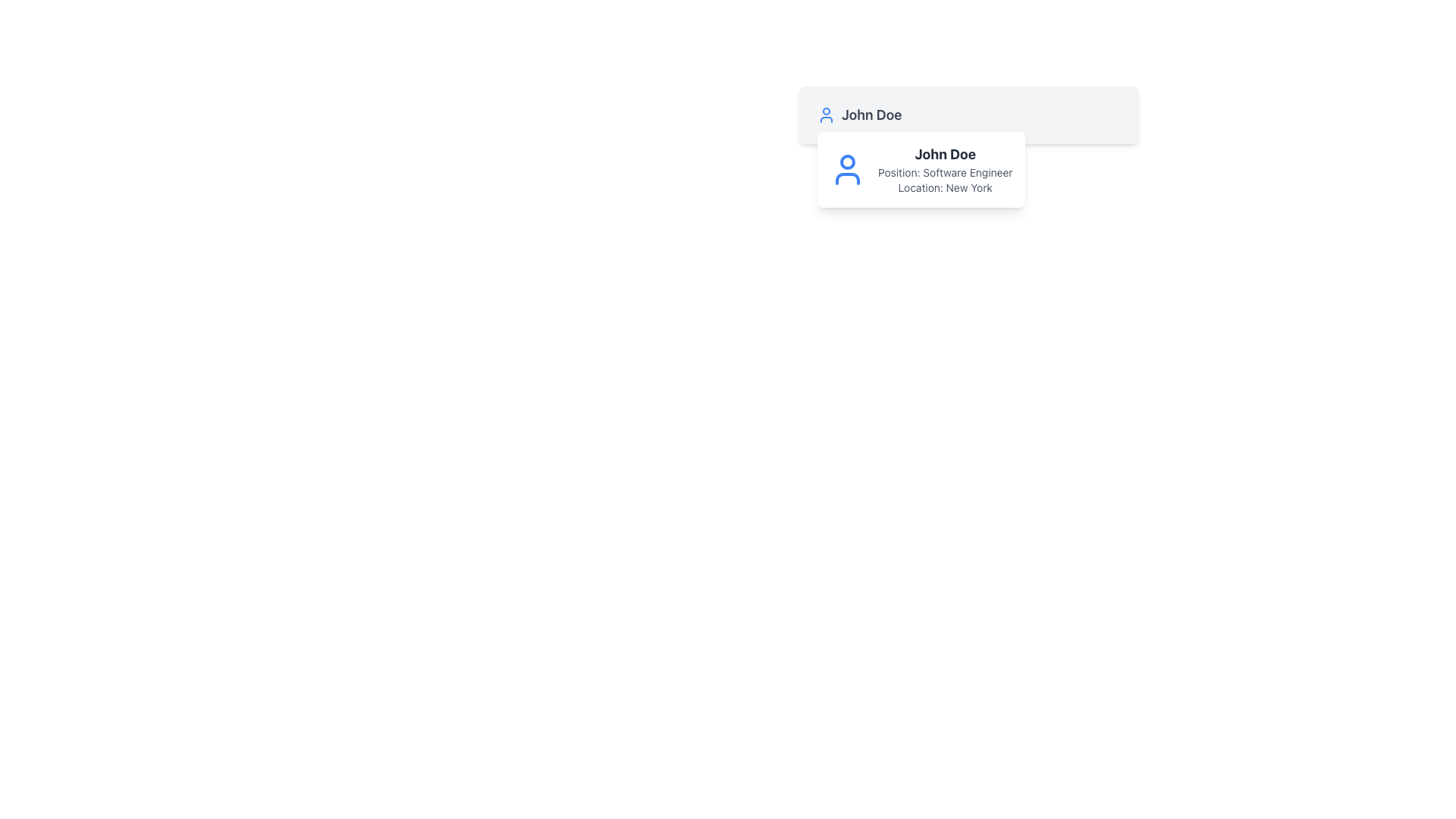 The height and width of the screenshot is (819, 1456). I want to click on the static text label displaying the job title of John Doe, located within the profile card, positioned below the name and above the location text, so click(944, 171).